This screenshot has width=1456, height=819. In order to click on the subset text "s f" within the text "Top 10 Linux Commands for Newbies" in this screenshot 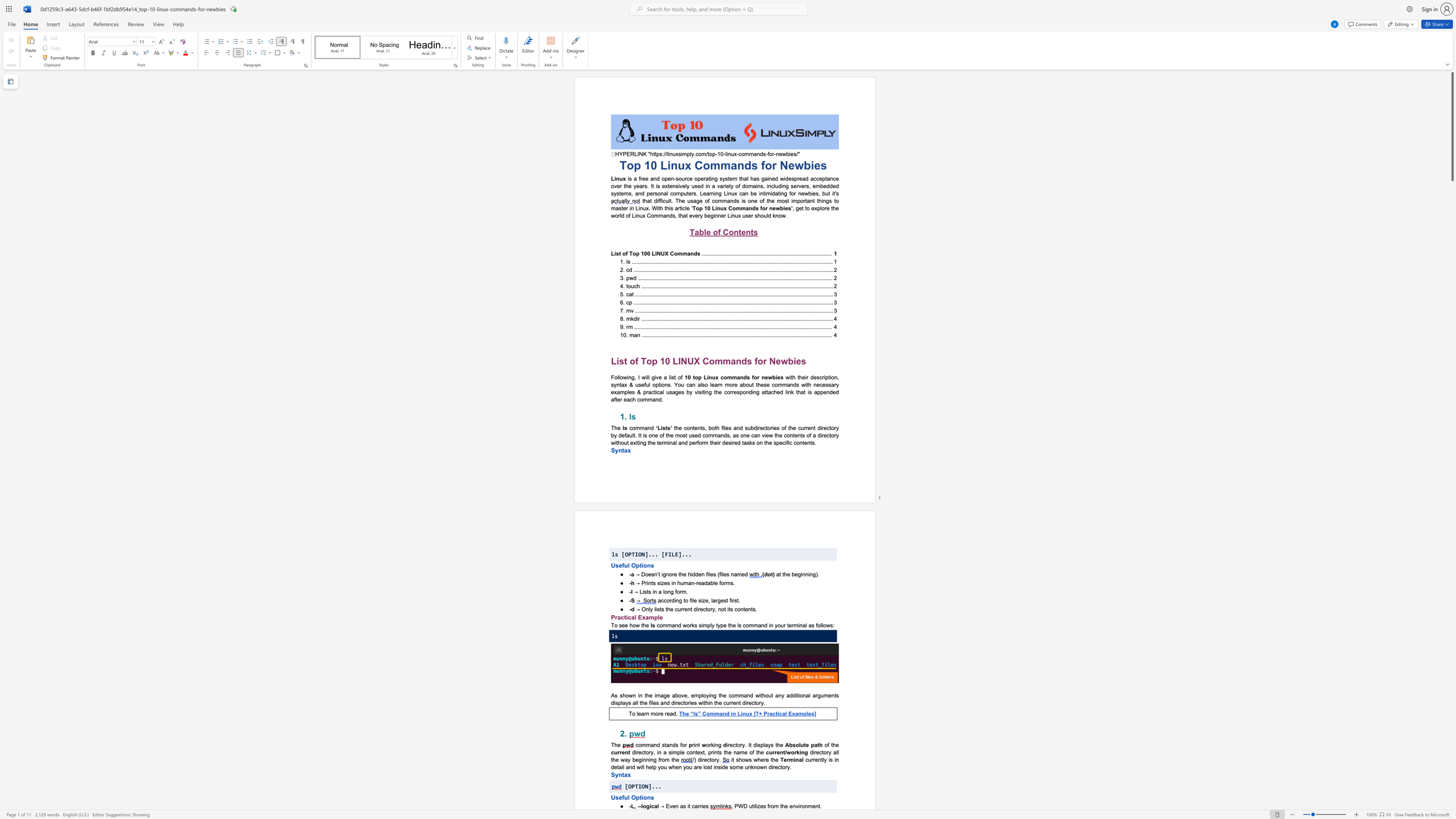, I will do `click(751, 164)`.